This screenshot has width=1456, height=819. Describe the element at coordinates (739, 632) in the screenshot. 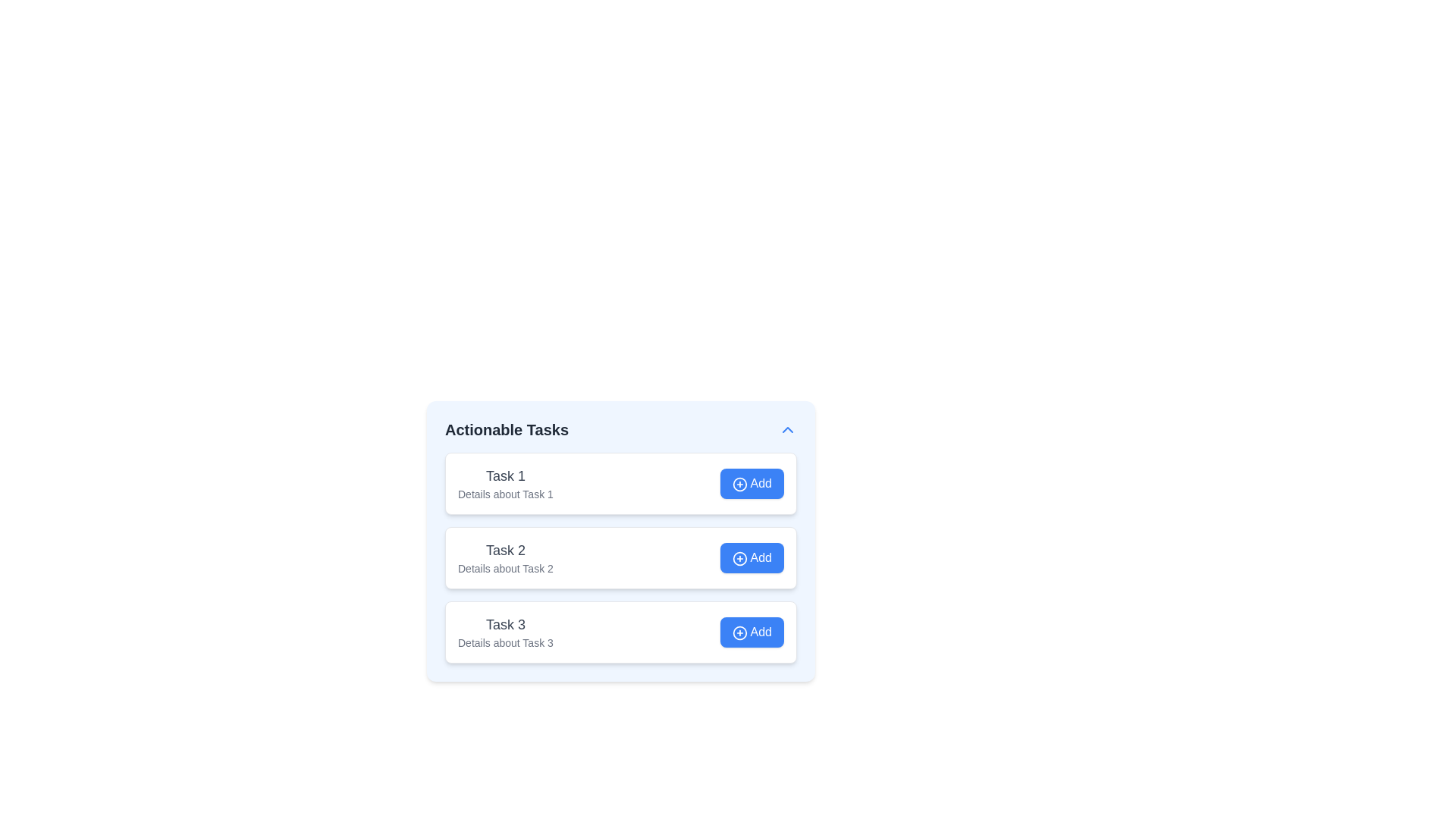

I see `the circular outline icon containing a plus symbol, which serves as the visual representation of the 'Add' button for 'Task 3'` at that location.